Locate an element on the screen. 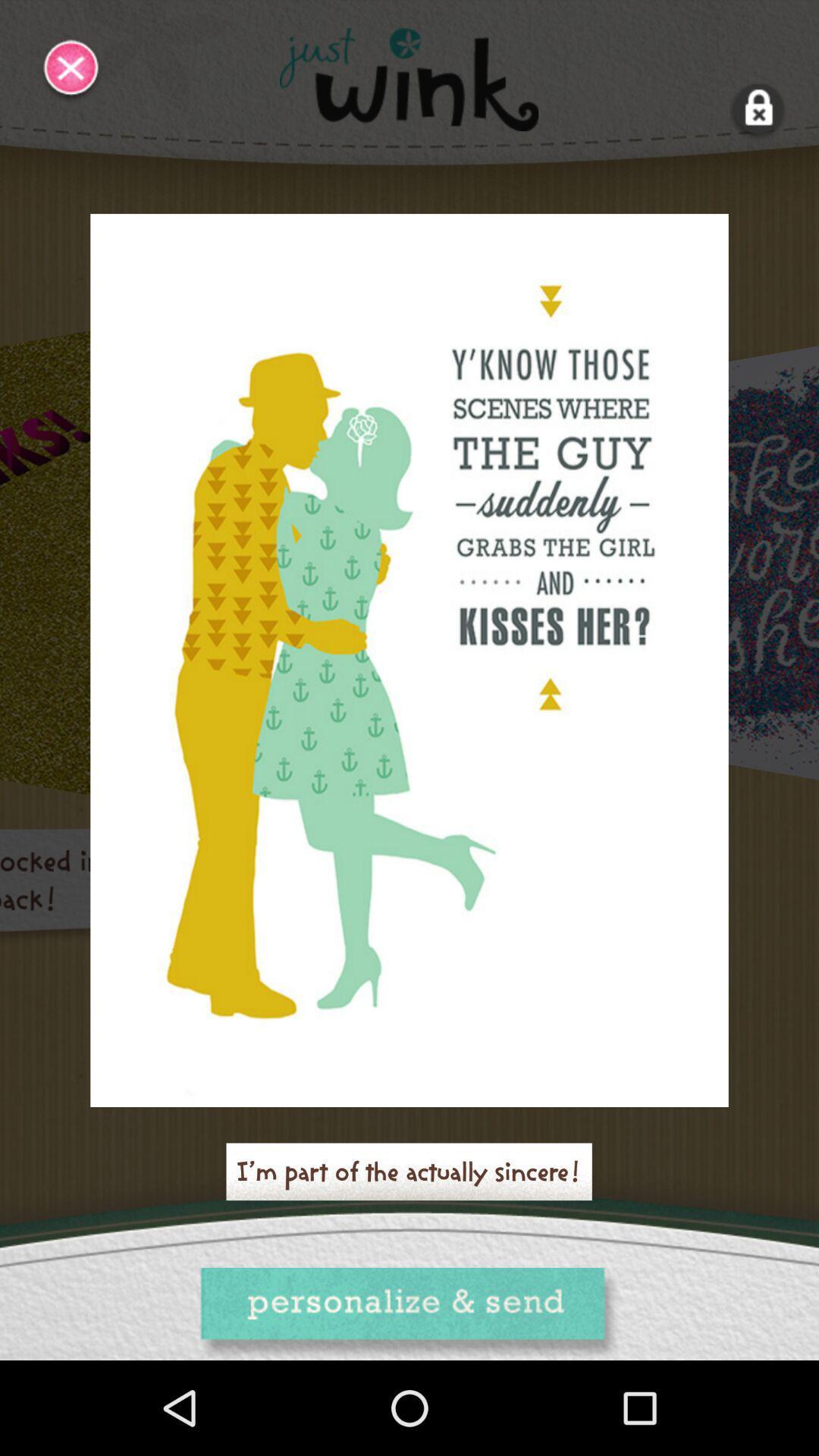  the close icon is located at coordinates (71, 71).